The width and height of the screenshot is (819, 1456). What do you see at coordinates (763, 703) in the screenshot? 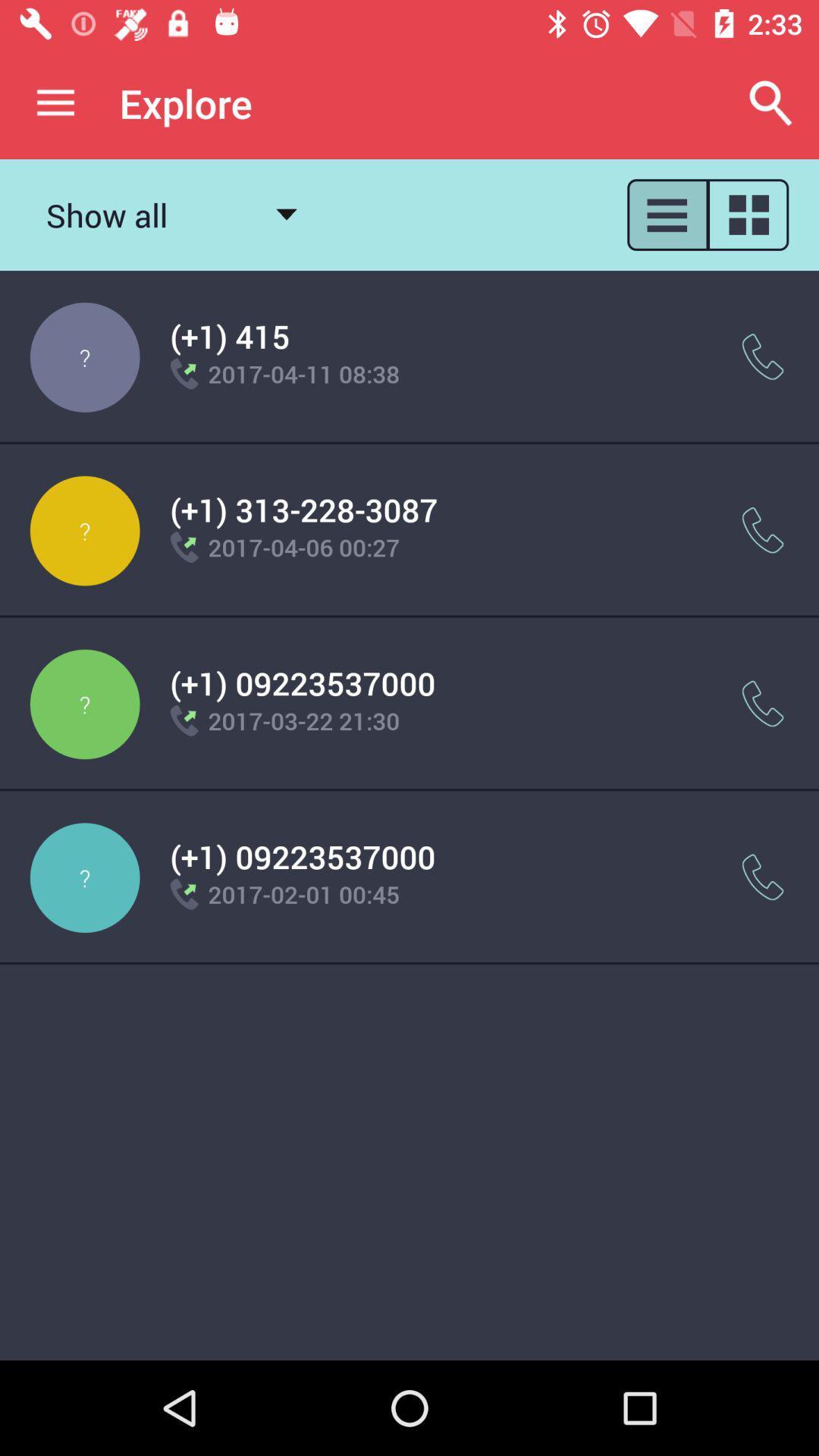
I see `call phone number` at bounding box center [763, 703].